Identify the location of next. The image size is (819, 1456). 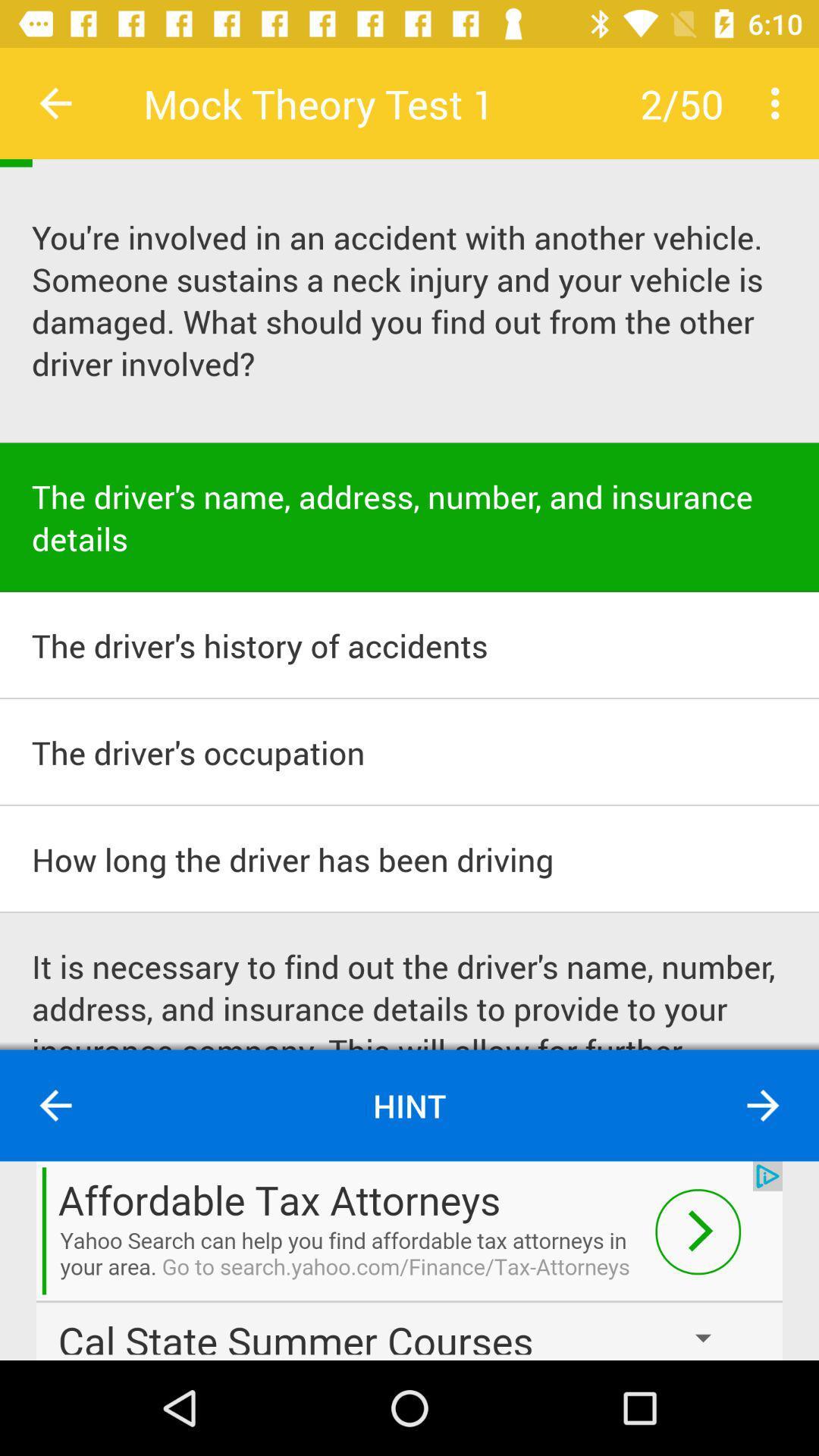
(409, 1260).